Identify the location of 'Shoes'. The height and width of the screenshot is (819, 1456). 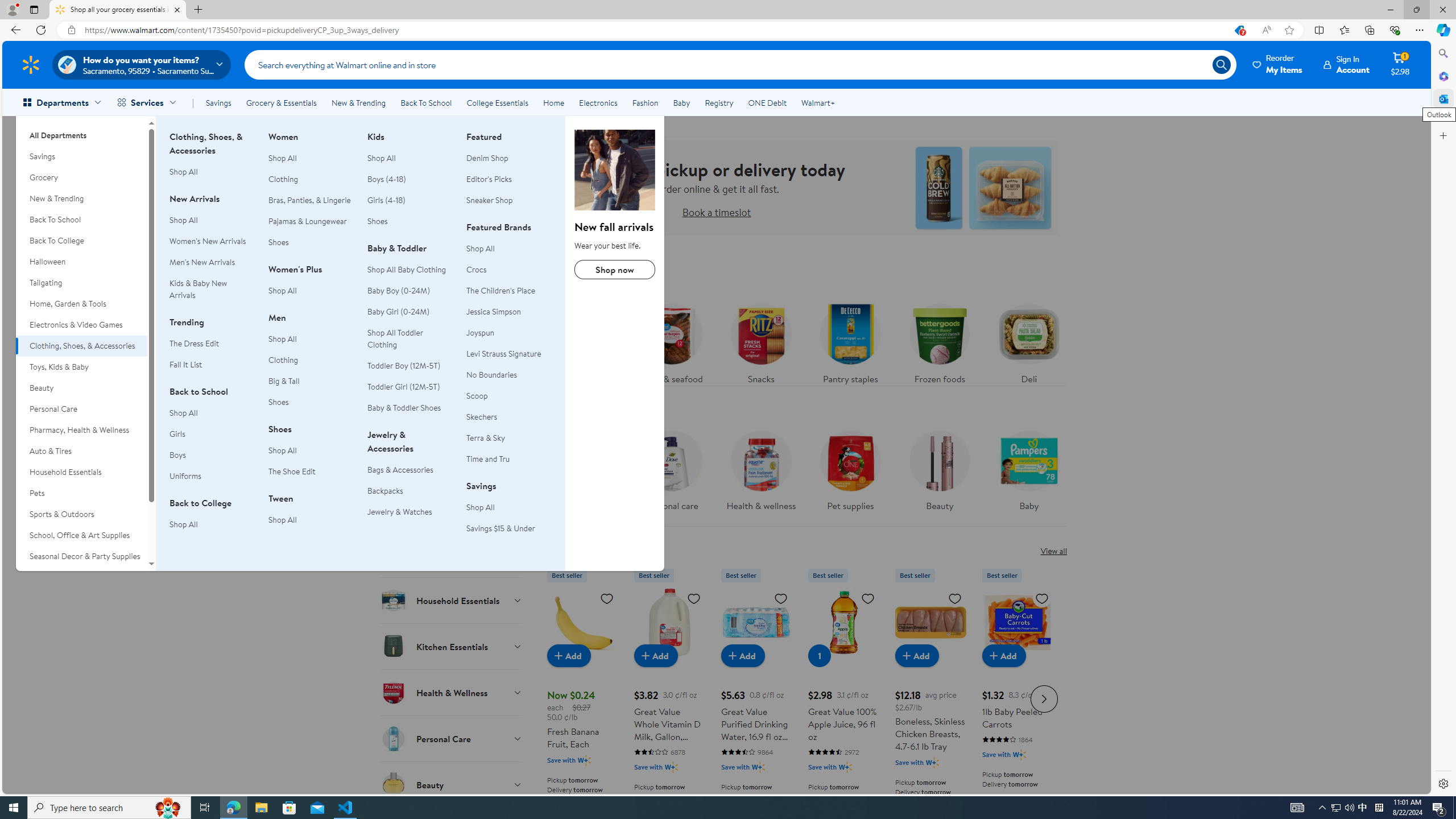
(377, 220).